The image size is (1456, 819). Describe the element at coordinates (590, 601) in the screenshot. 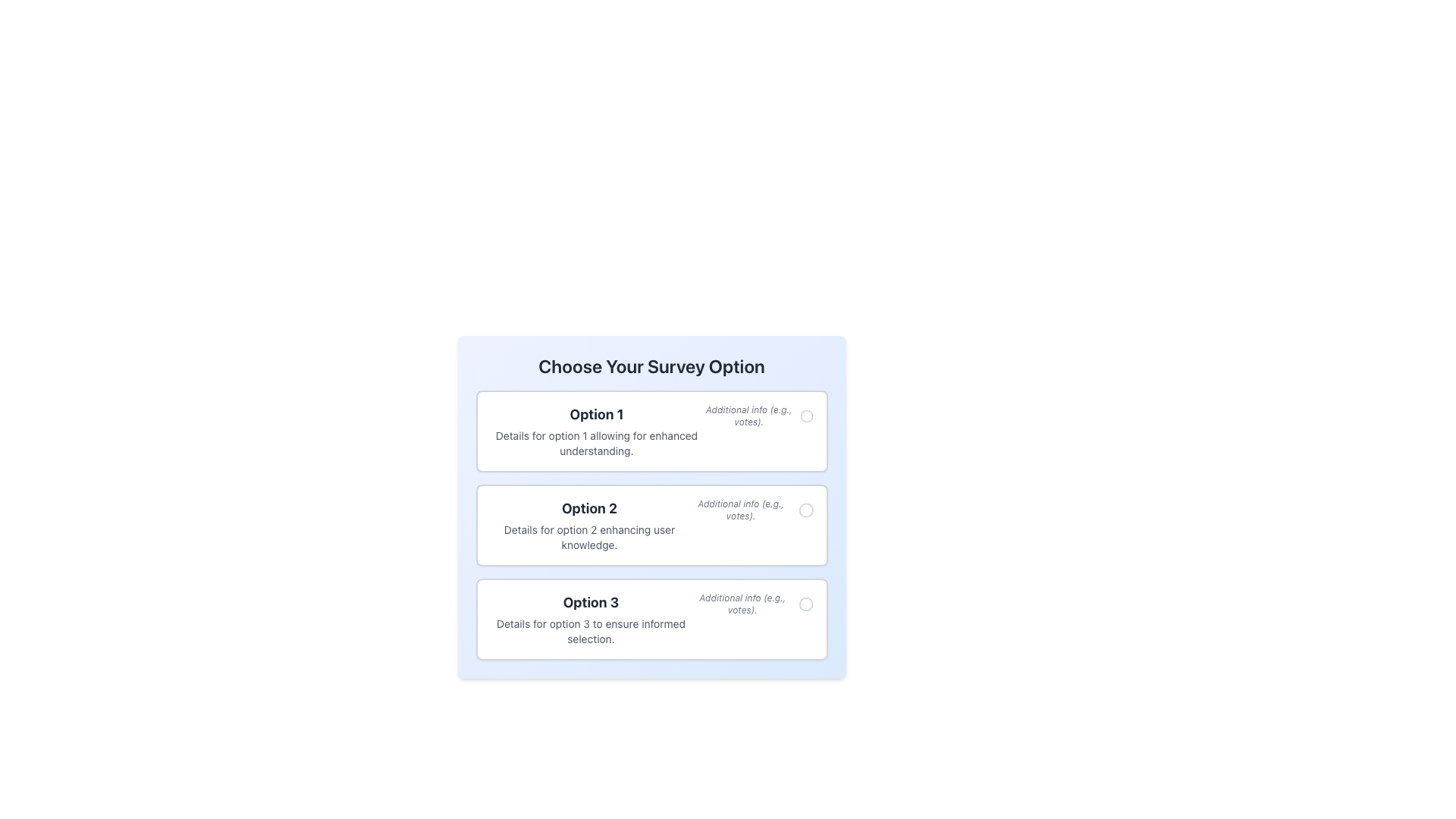

I see `the title label for the third selectable option in the survey interface, which is positioned directly above the details for option 3` at that location.